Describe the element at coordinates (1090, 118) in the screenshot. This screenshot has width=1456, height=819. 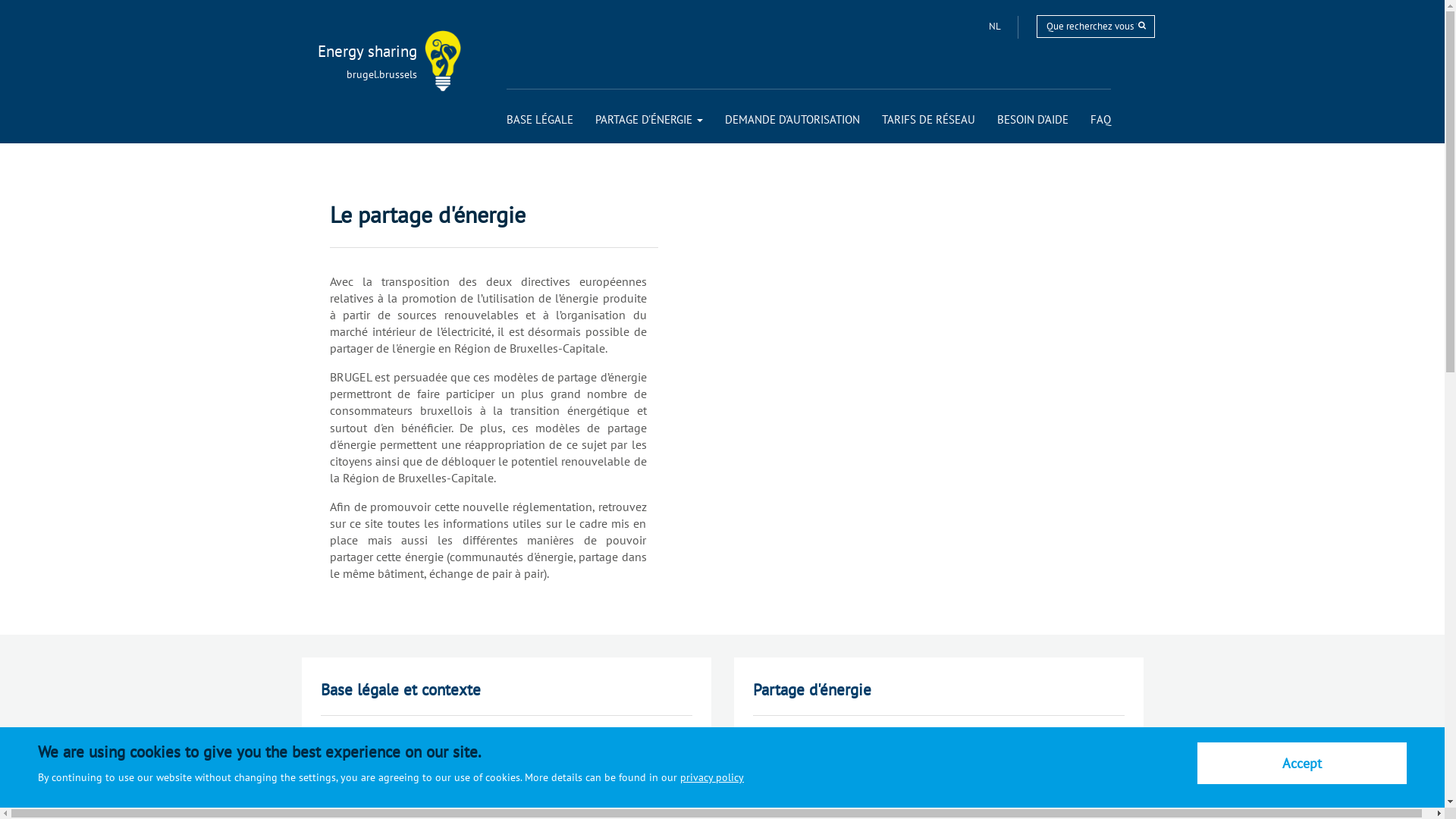
I see `'FAQ'` at that location.